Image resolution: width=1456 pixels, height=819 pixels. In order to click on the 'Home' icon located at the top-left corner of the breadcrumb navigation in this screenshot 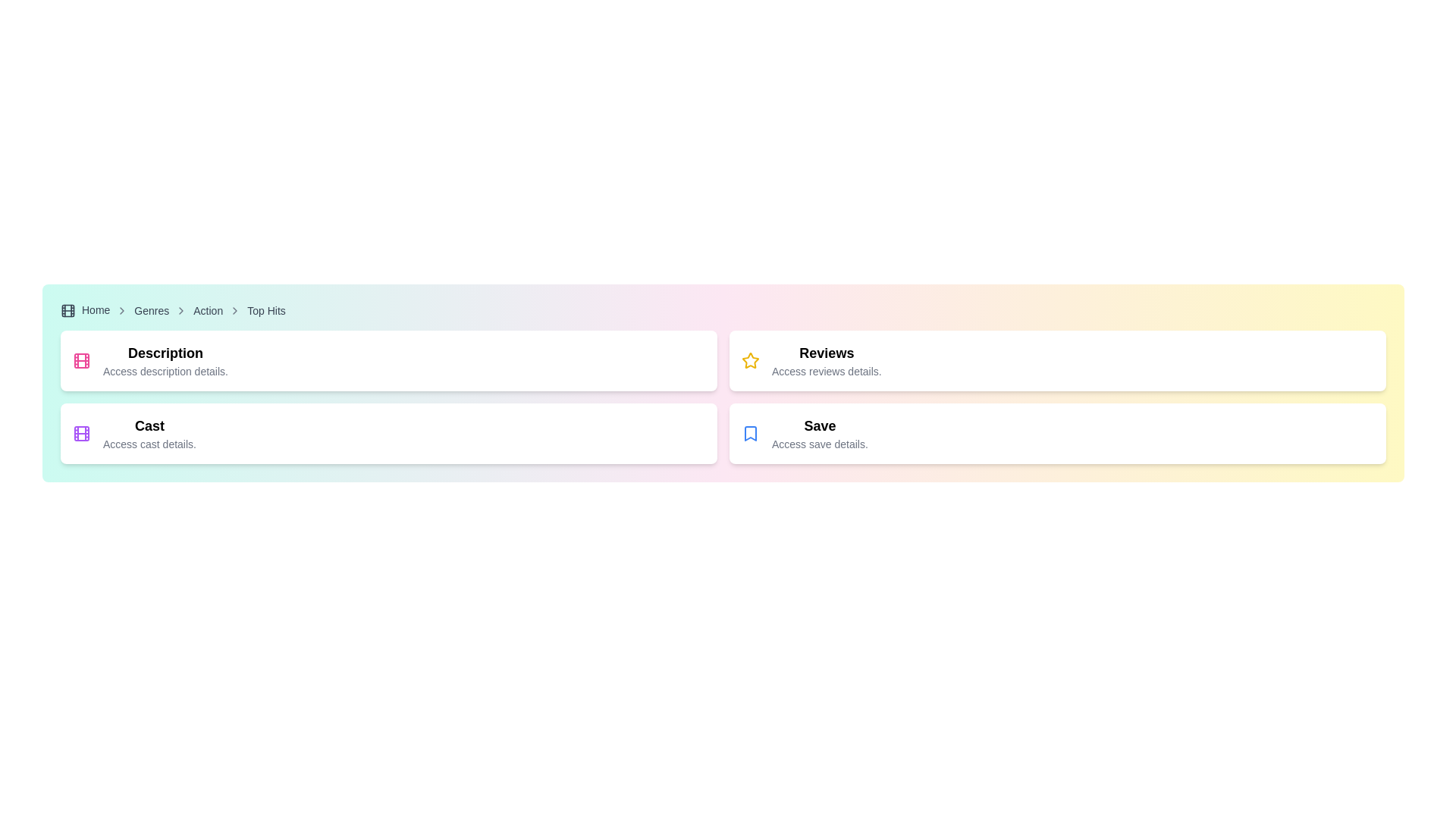, I will do `click(67, 309)`.